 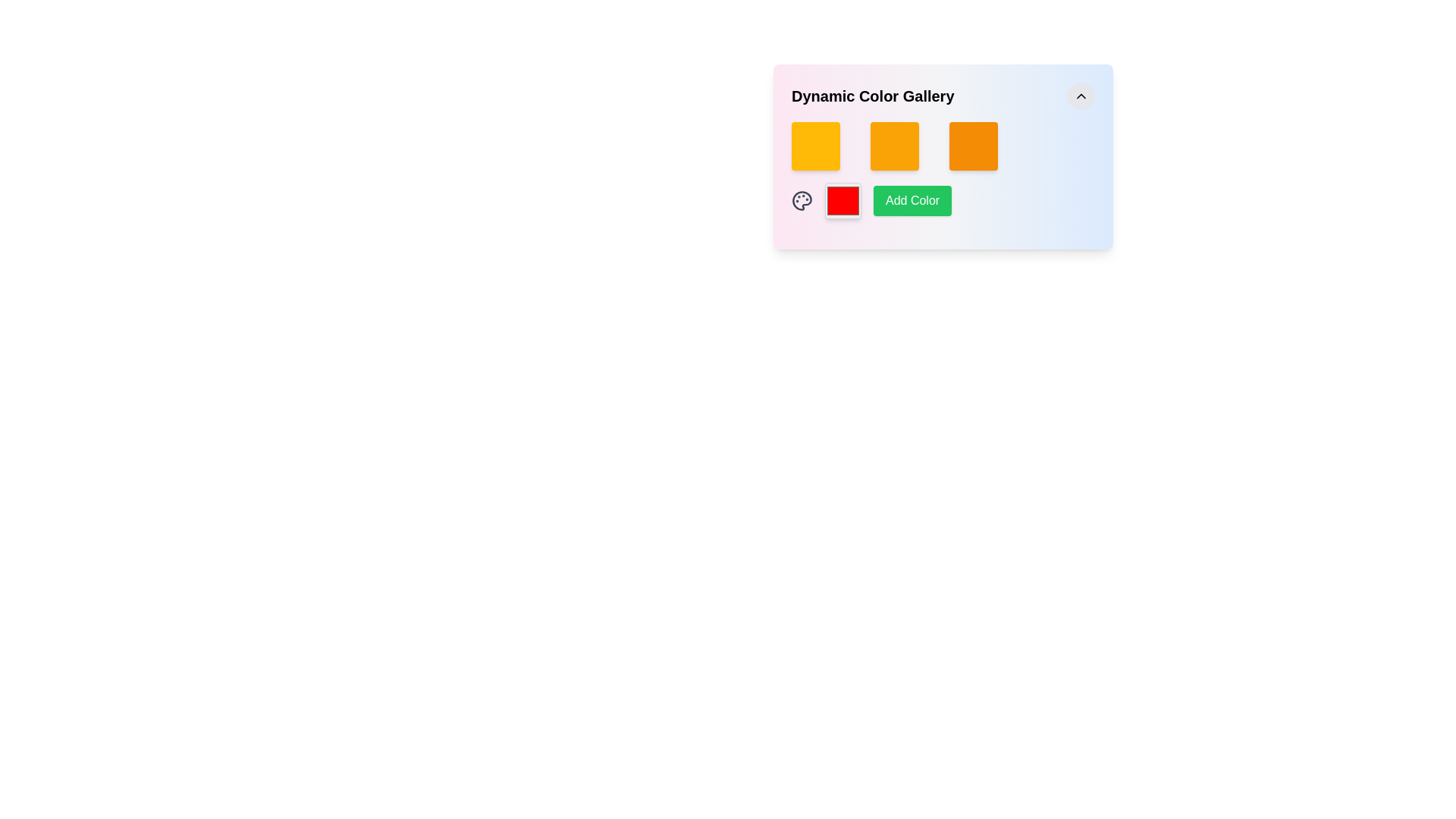 What do you see at coordinates (942, 200) in the screenshot?
I see `the green rectangular button labeled 'Add Color'` at bounding box center [942, 200].